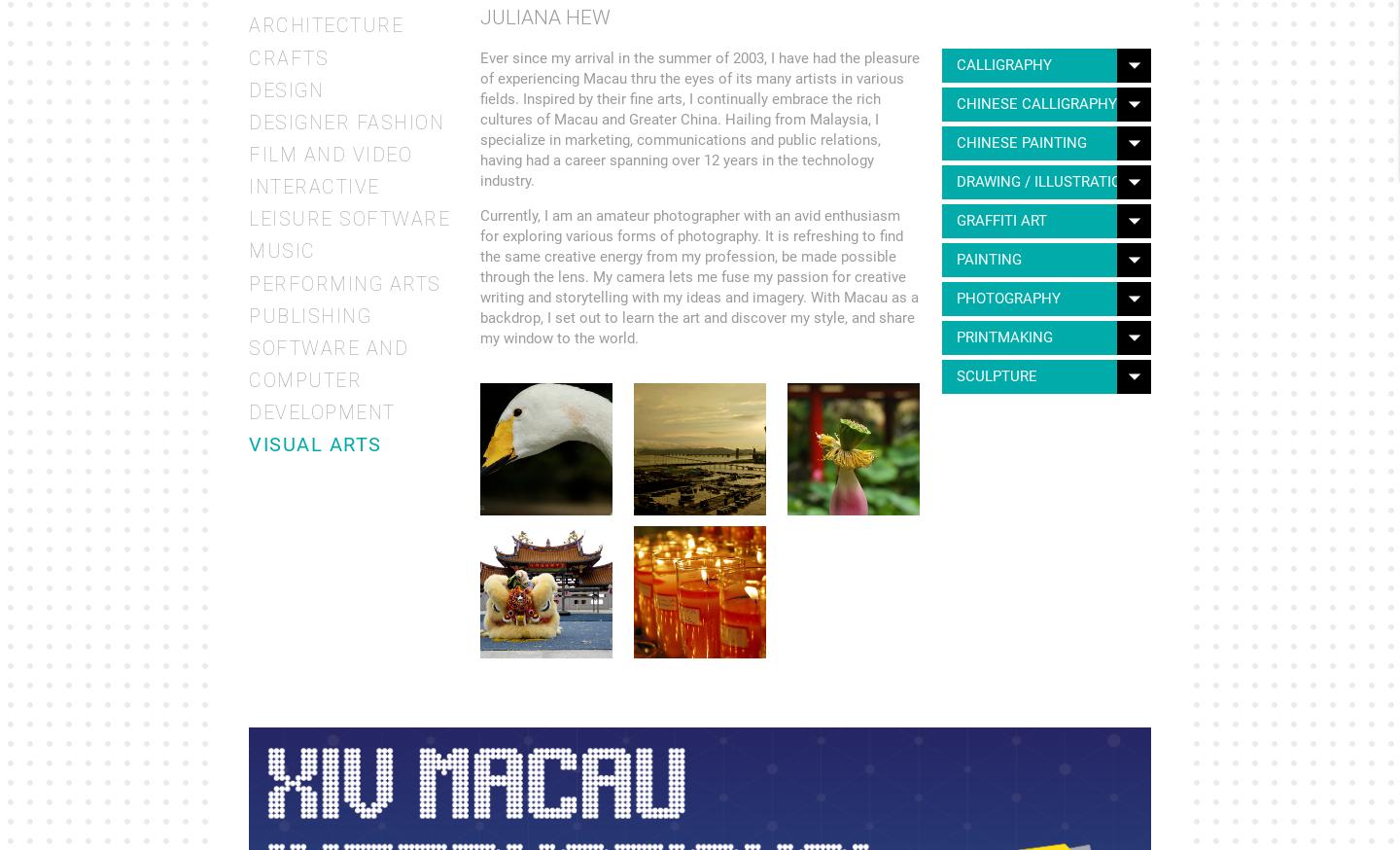  Describe the element at coordinates (1000, 220) in the screenshot. I see `'Graffiti Art'` at that location.